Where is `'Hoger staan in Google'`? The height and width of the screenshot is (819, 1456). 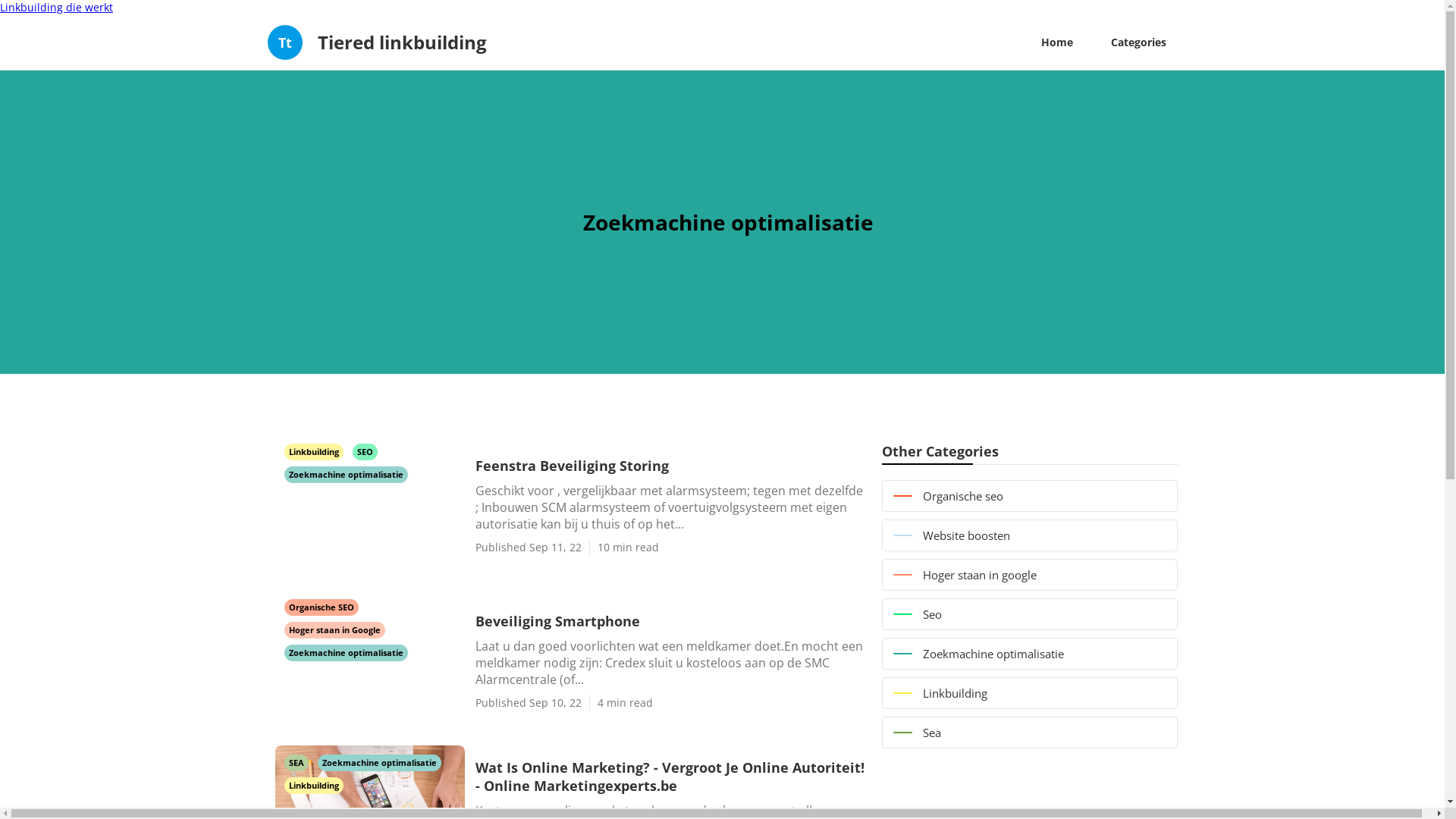 'Hoger staan in Google' is located at coordinates (333, 629).